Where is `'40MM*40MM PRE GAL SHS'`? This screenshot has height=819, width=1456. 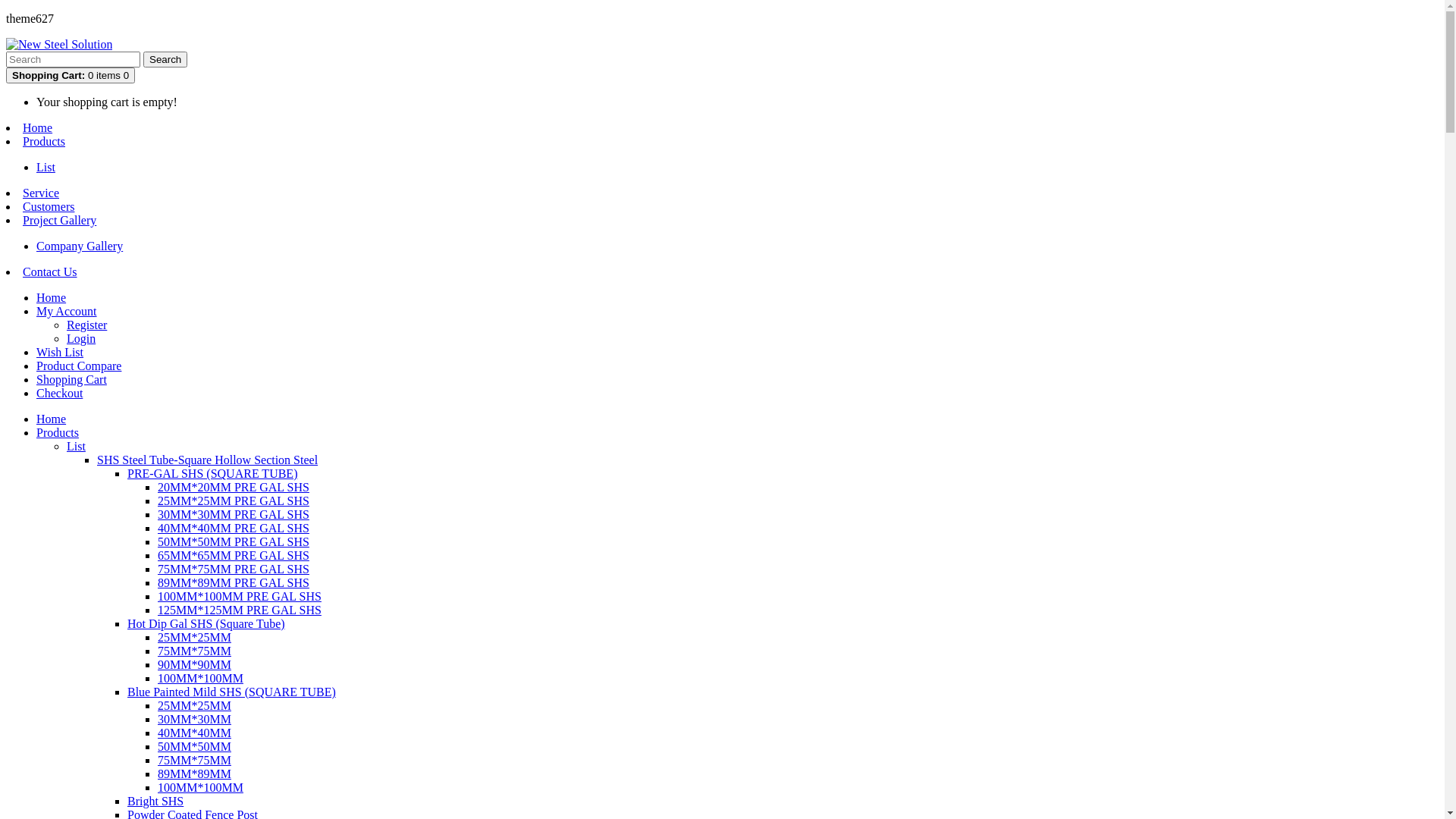
'40MM*40MM PRE GAL SHS' is located at coordinates (157, 527).